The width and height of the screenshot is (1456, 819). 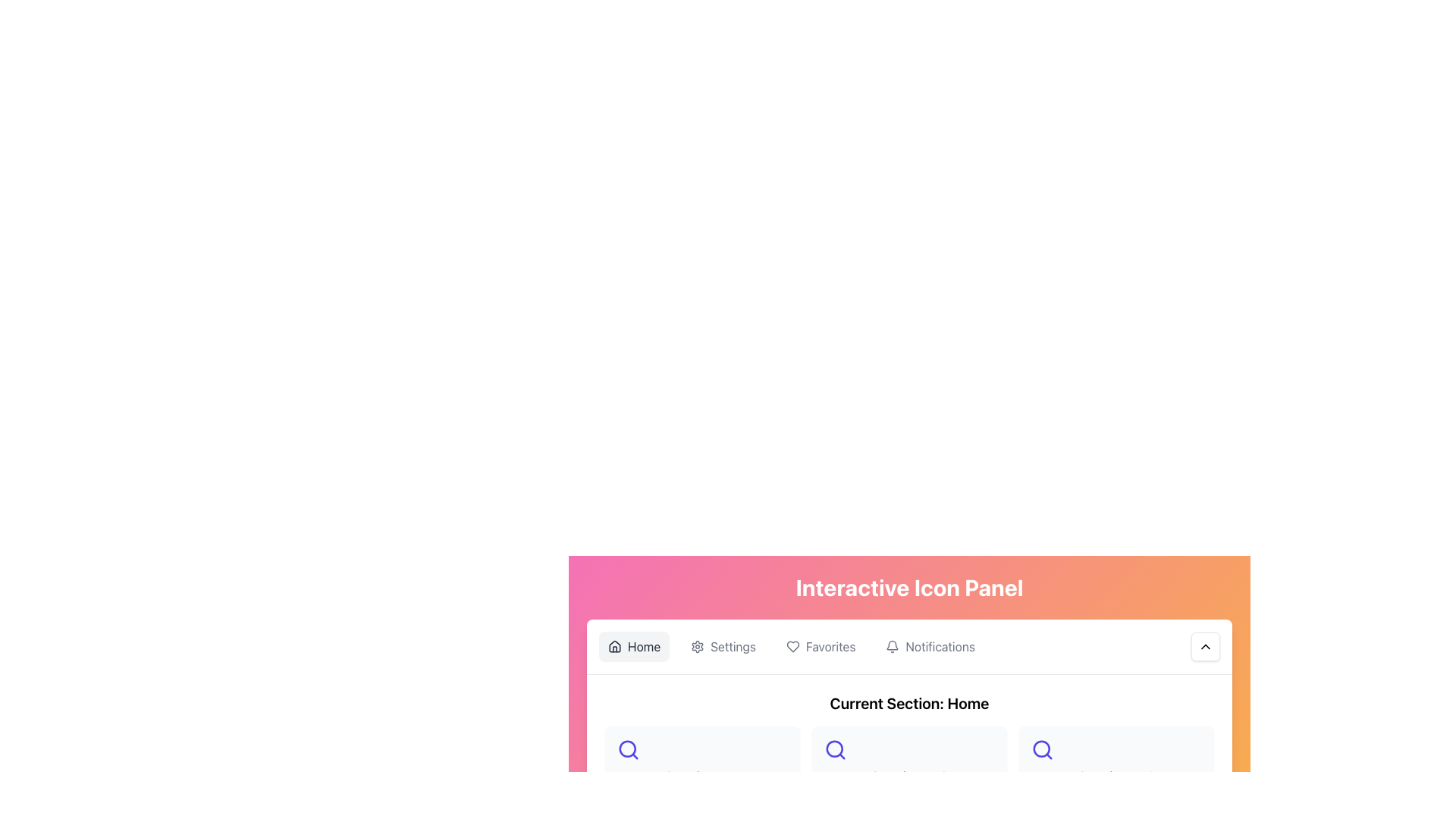 What do you see at coordinates (893, 646) in the screenshot?
I see `the bell icon representing notifications, located on the navigation bar to the left of the 'Notifications' text` at bounding box center [893, 646].